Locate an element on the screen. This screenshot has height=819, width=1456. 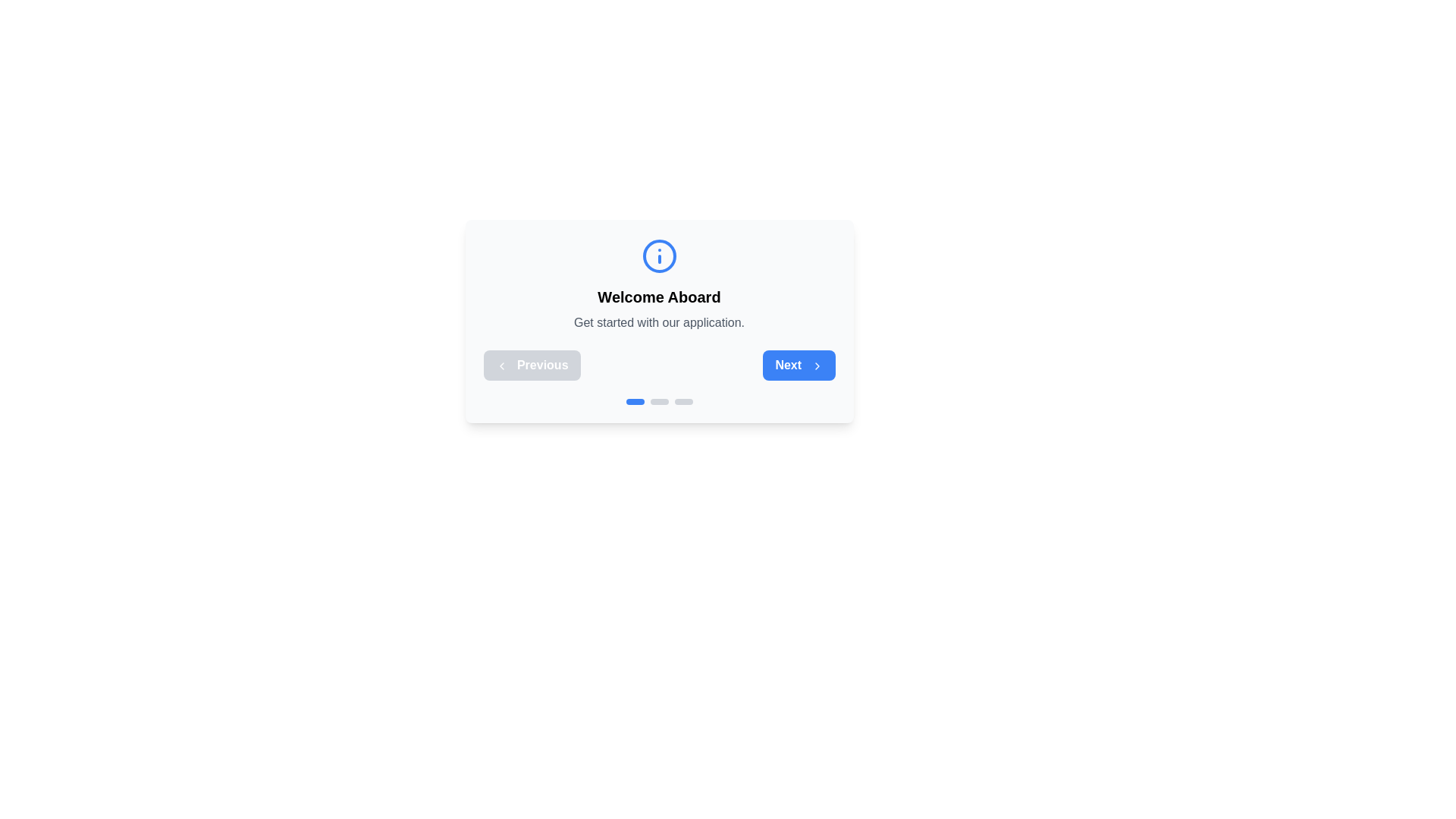
the visual state of the progress indicator, which consists of three horizontally arranged rounded rectangles, with the left one filled blue indicating the current state is located at coordinates (659, 400).